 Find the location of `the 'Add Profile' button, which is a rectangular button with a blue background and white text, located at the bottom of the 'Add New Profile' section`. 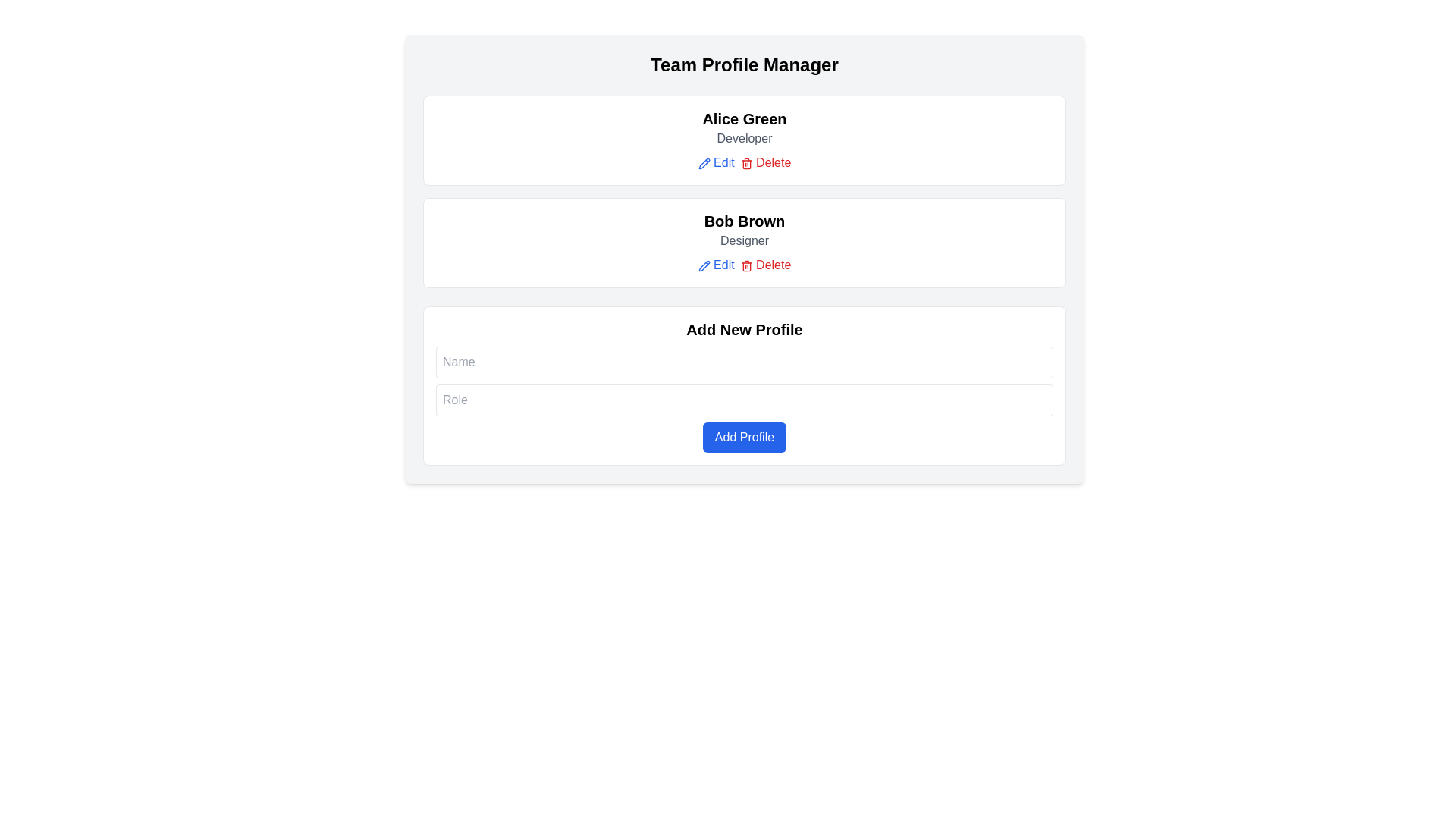

the 'Add Profile' button, which is a rectangular button with a blue background and white text, located at the bottom of the 'Add New Profile' section is located at coordinates (745, 437).